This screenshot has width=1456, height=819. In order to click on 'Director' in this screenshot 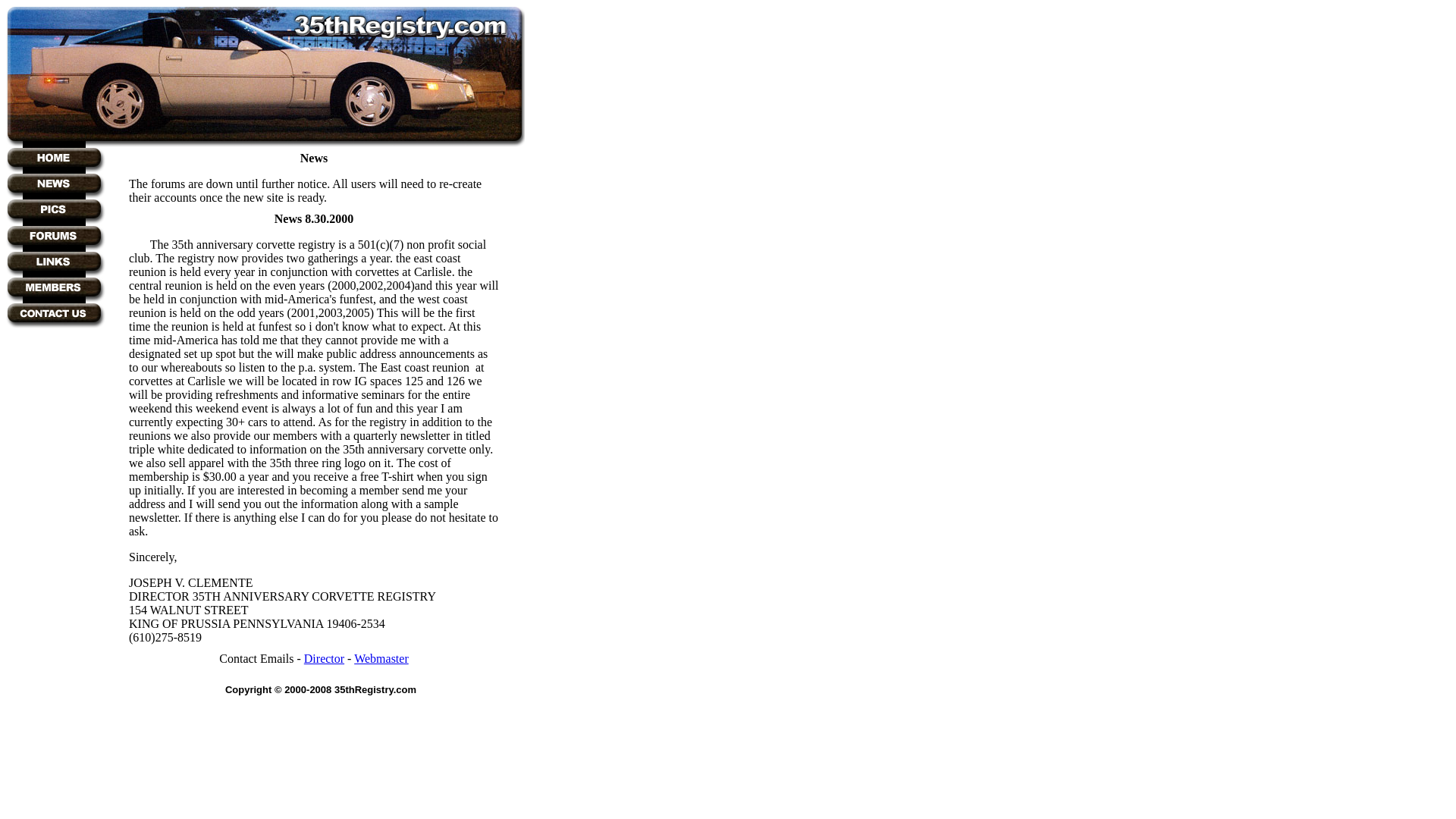, I will do `click(303, 657)`.